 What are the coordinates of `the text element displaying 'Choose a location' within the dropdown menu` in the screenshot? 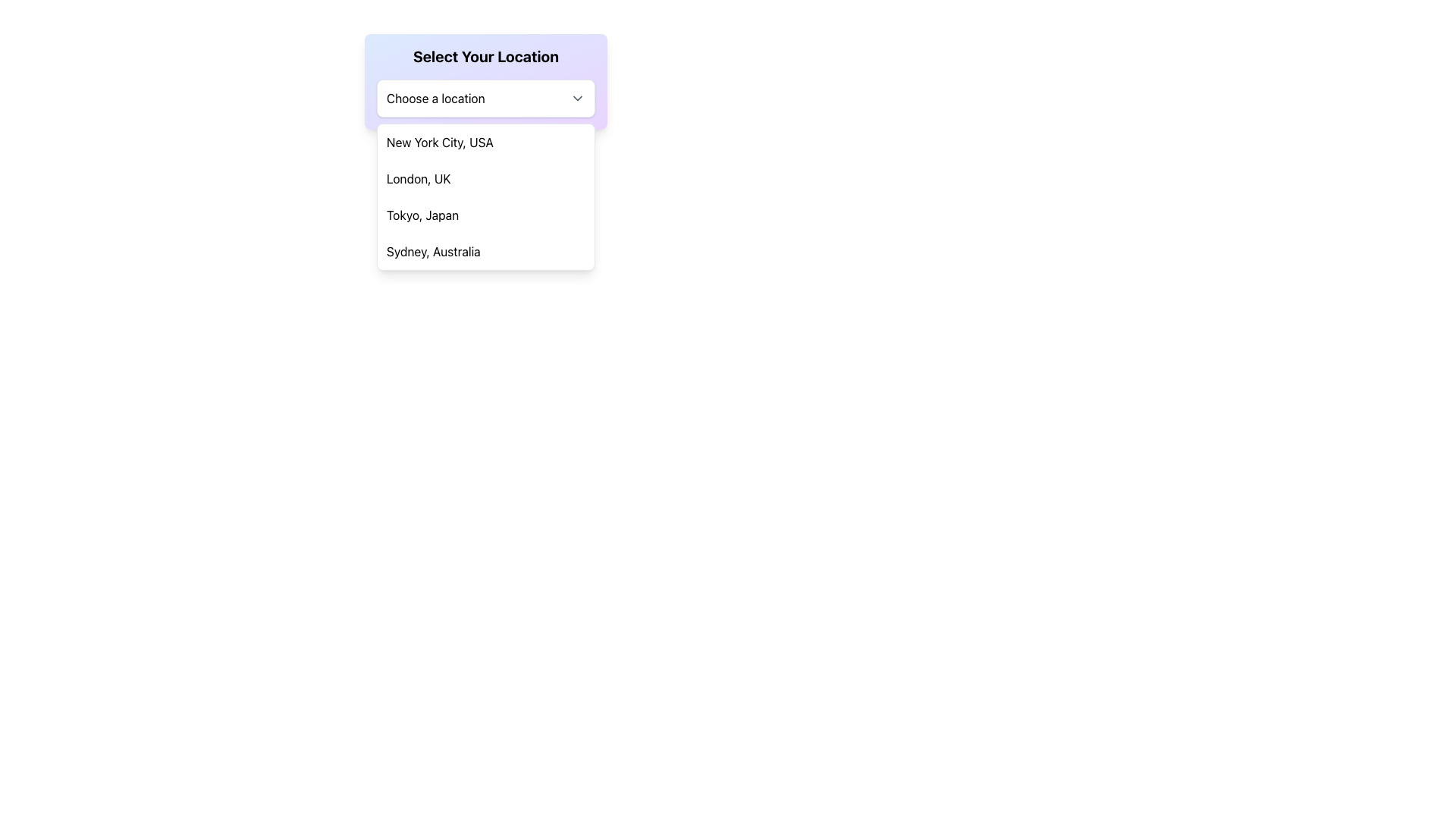 It's located at (435, 99).